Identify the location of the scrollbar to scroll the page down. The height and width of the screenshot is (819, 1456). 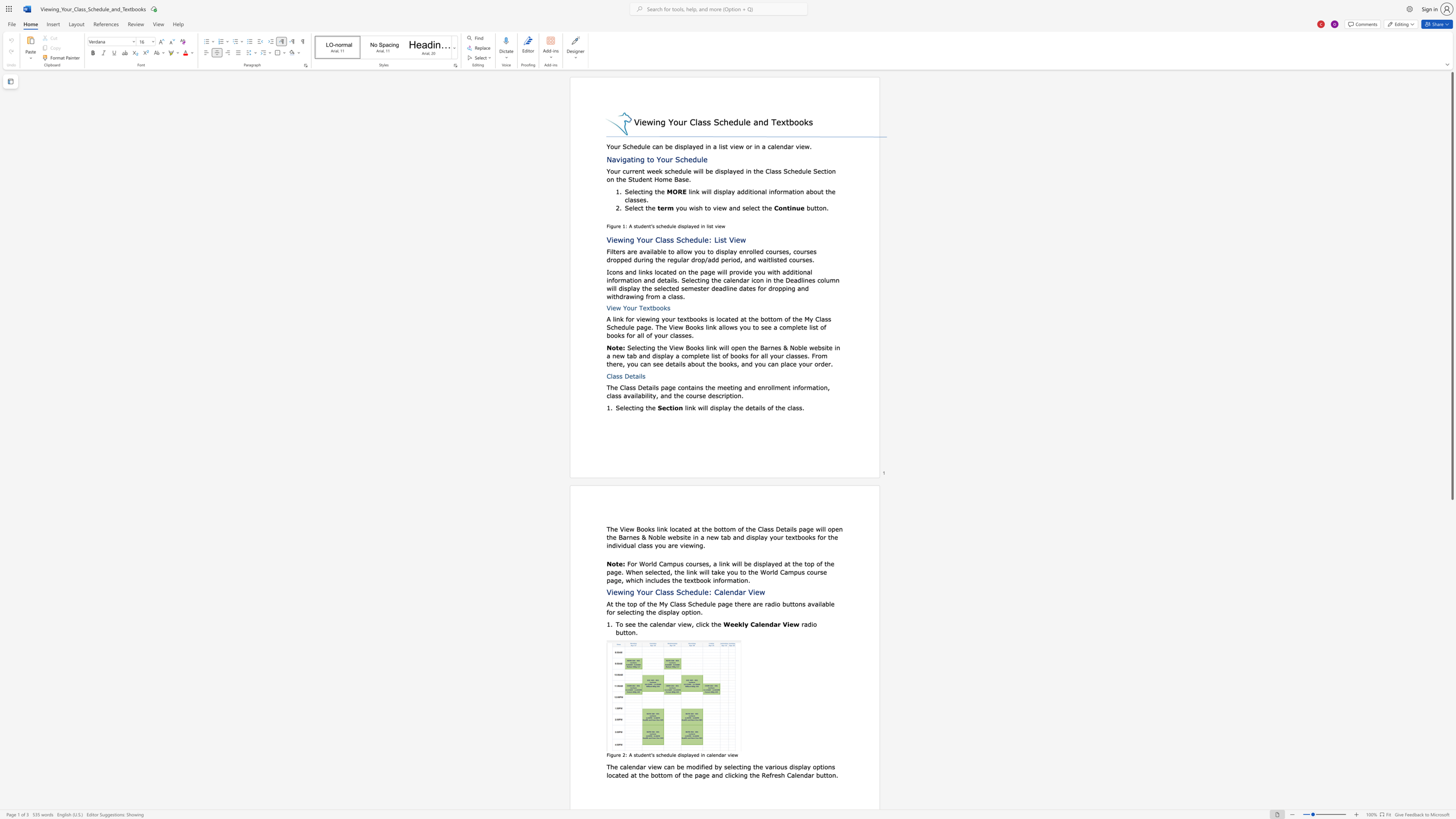
(1451, 633).